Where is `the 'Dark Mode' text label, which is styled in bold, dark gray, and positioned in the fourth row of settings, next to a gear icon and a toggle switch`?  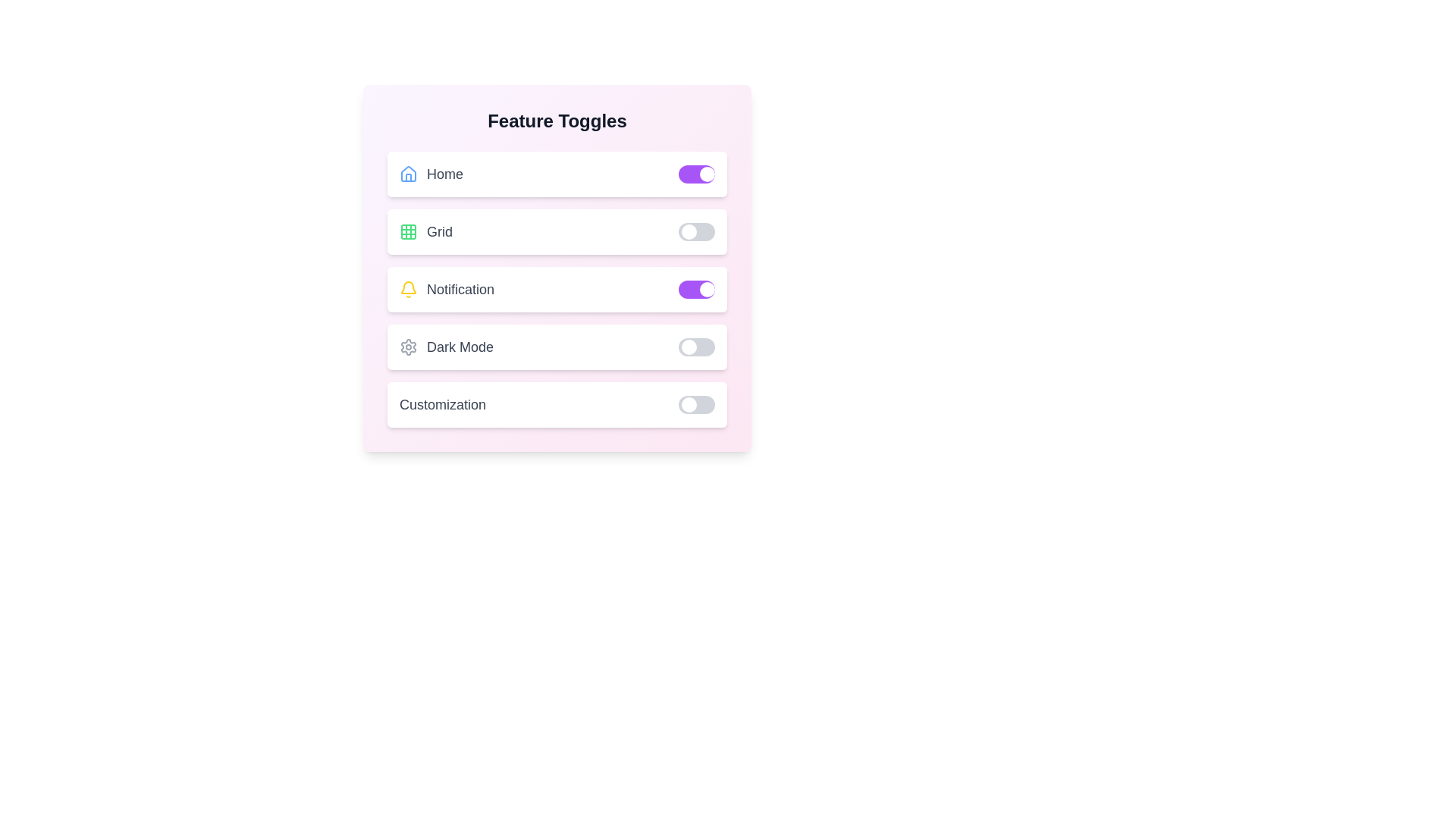
the 'Dark Mode' text label, which is styled in bold, dark gray, and positioned in the fourth row of settings, next to a gear icon and a toggle switch is located at coordinates (460, 347).